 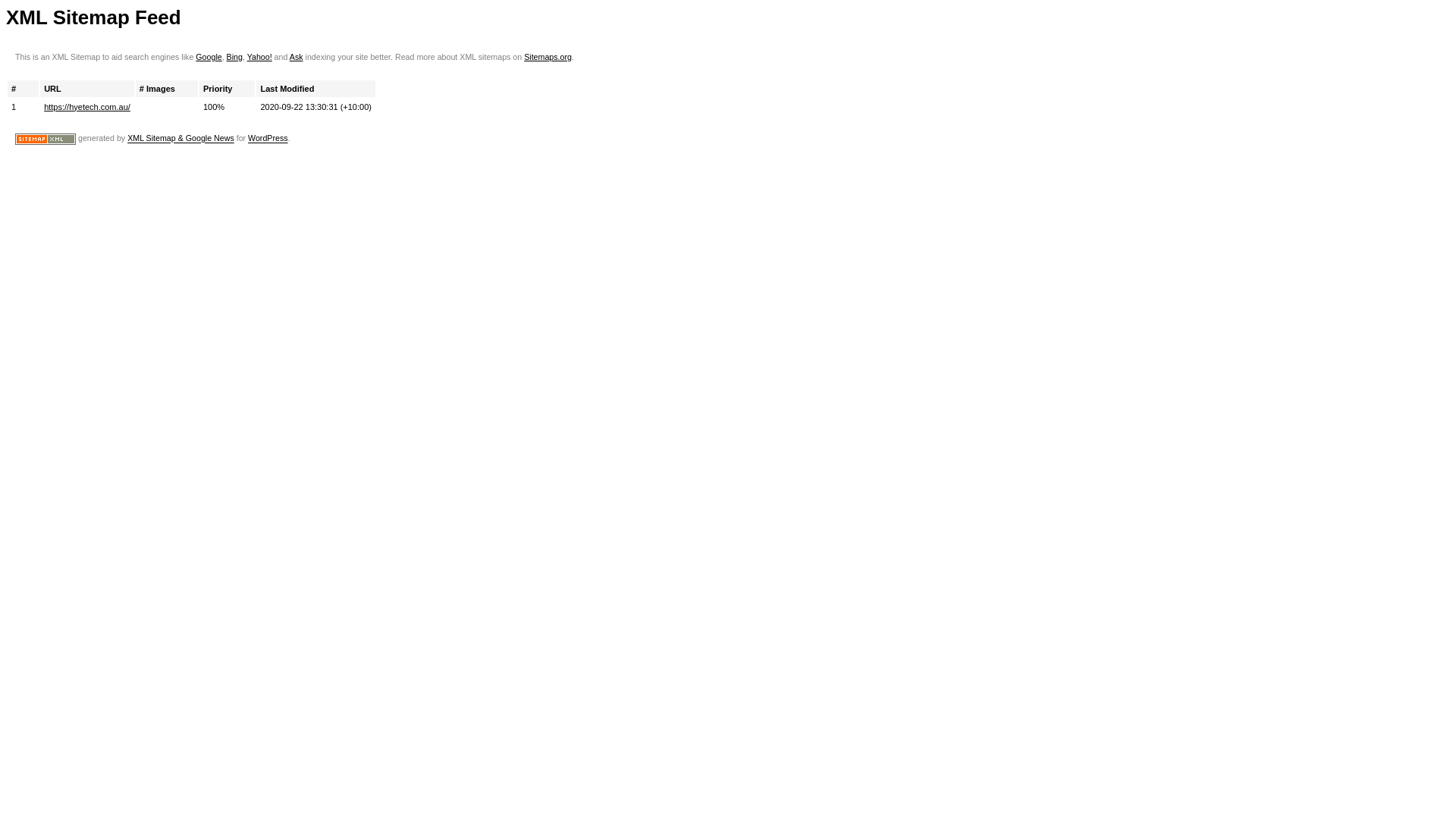 What do you see at coordinates (86, 106) in the screenshot?
I see `'https://hyetech.com.au/'` at bounding box center [86, 106].